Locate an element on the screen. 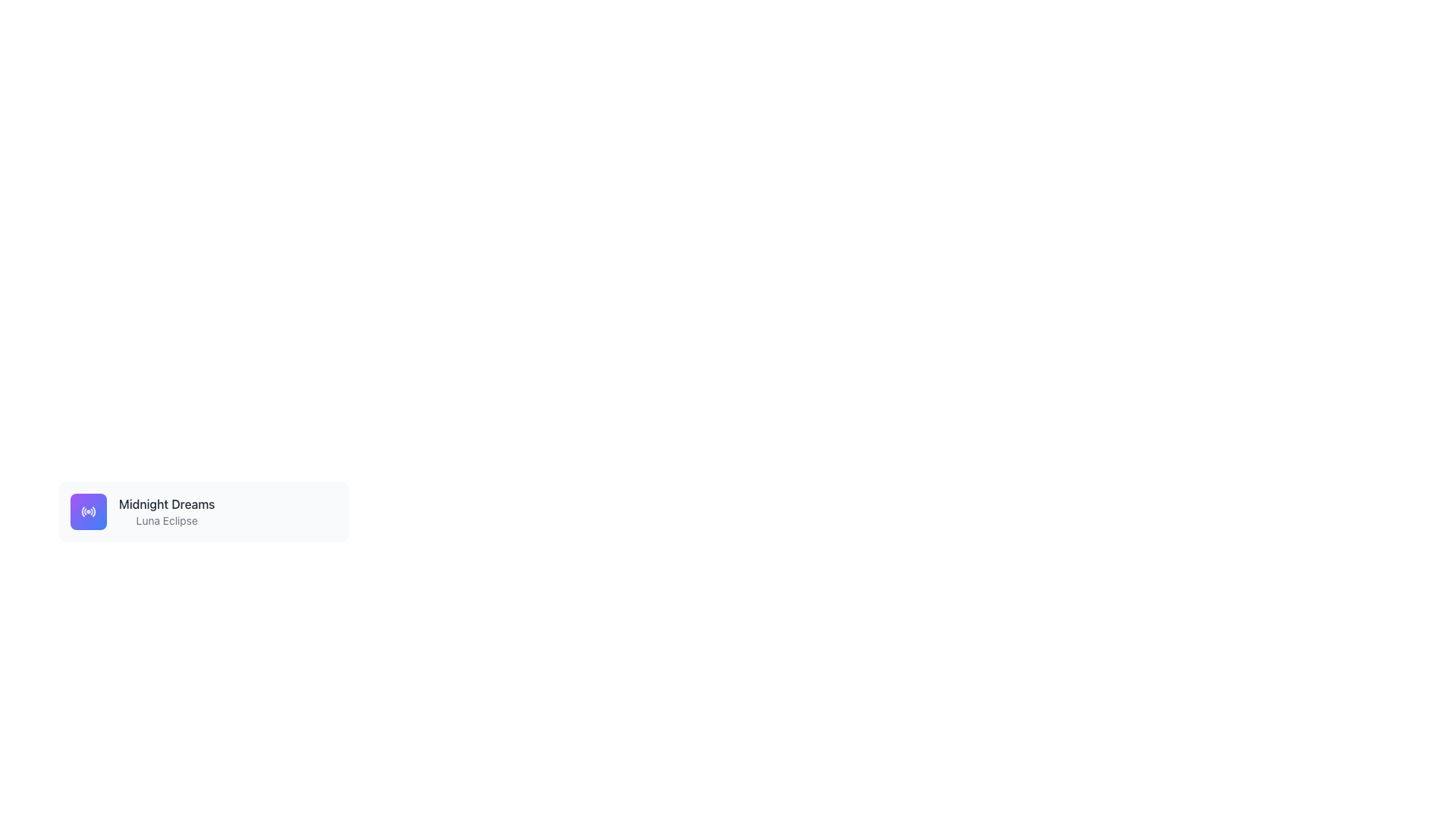 The height and width of the screenshot is (819, 1456). the subtitle text display located below 'Midnight Dreams', which serves as additional context for the primary label is located at coordinates (167, 519).